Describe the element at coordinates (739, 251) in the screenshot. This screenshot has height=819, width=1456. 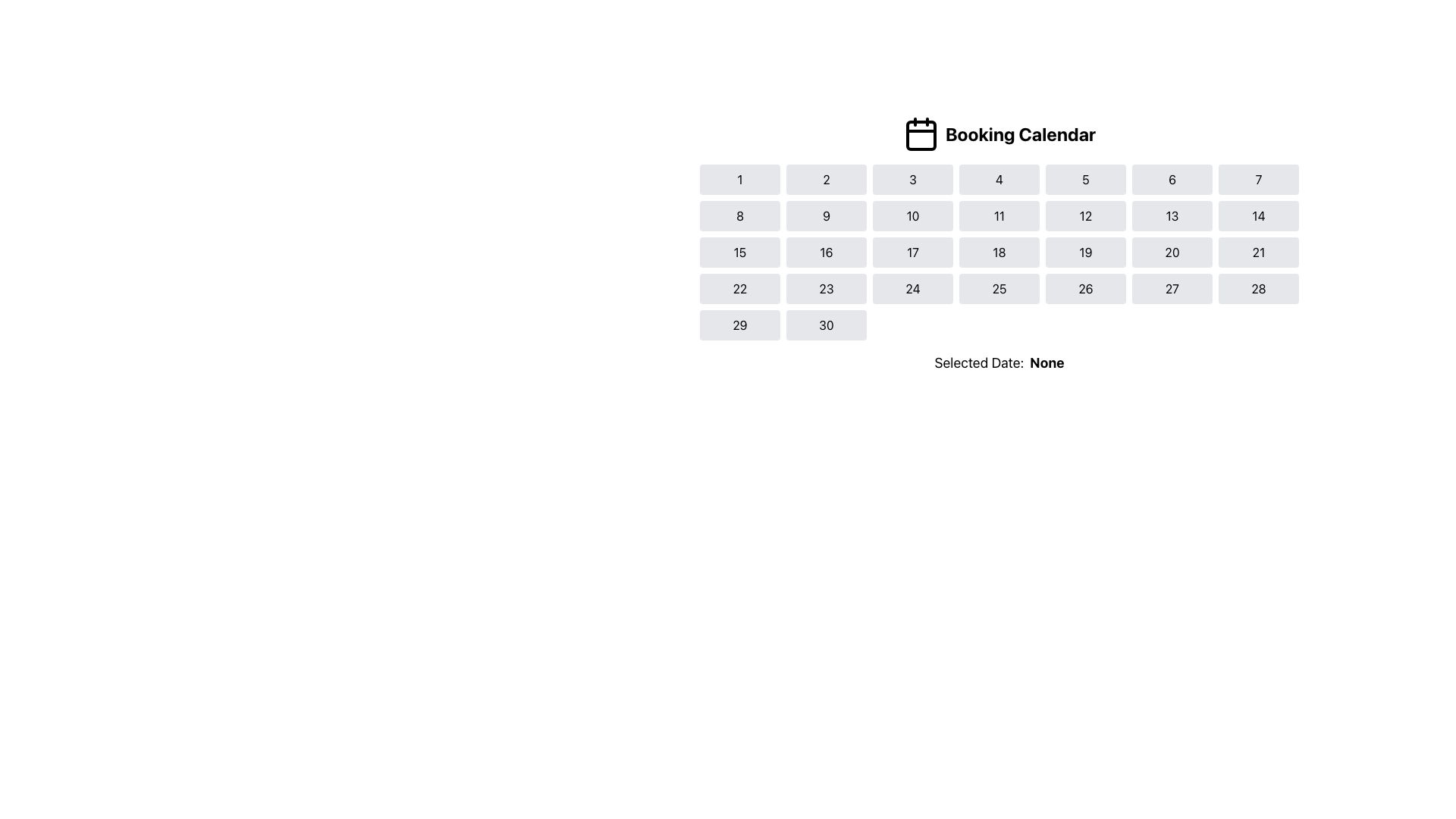
I see `the interactive button for selecting the specific date '15' in the Booking Calendar interface` at that location.